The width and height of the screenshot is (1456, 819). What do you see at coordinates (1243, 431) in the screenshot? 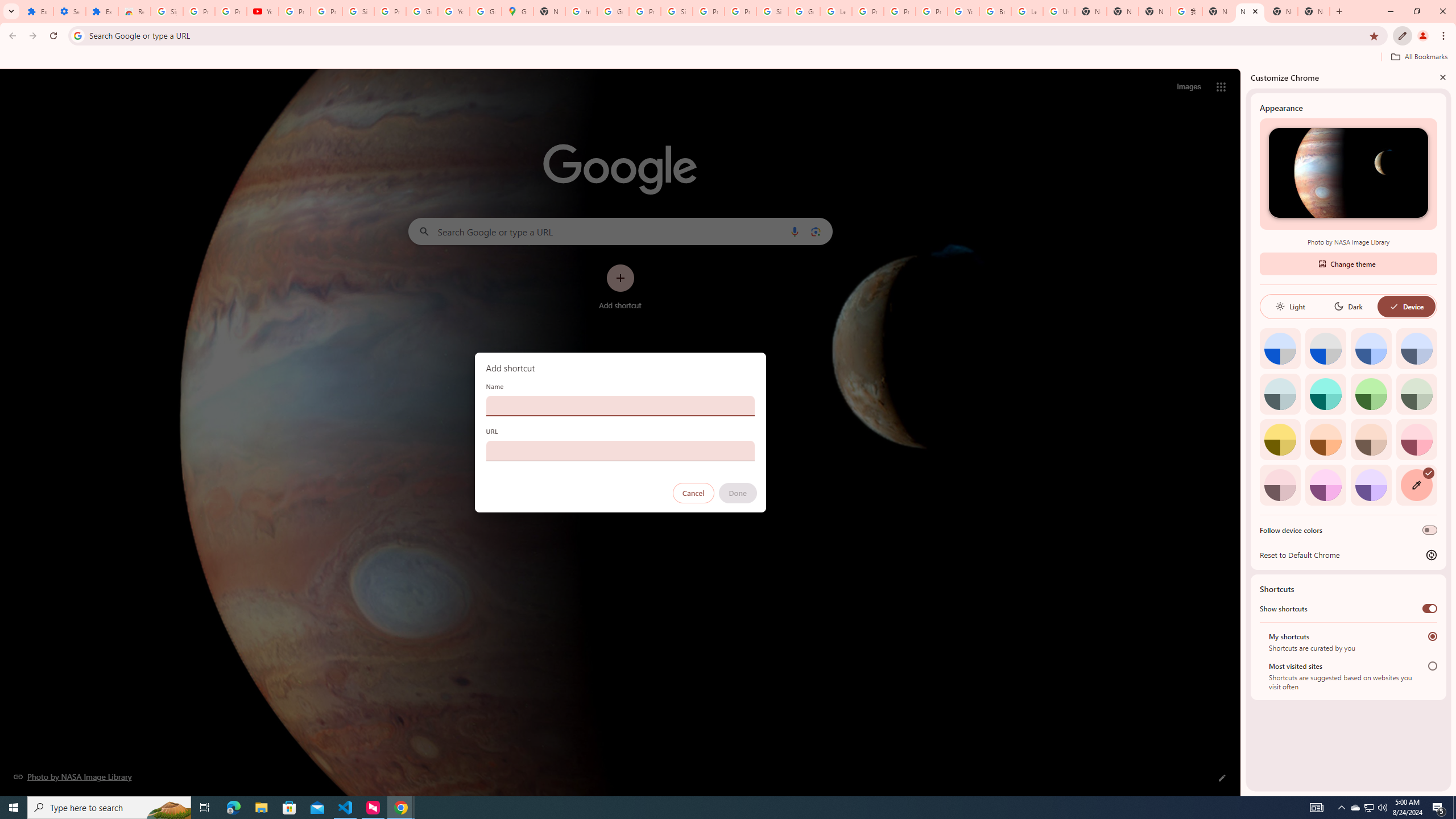
I see `'Side Panel Resize Handle'` at bounding box center [1243, 431].